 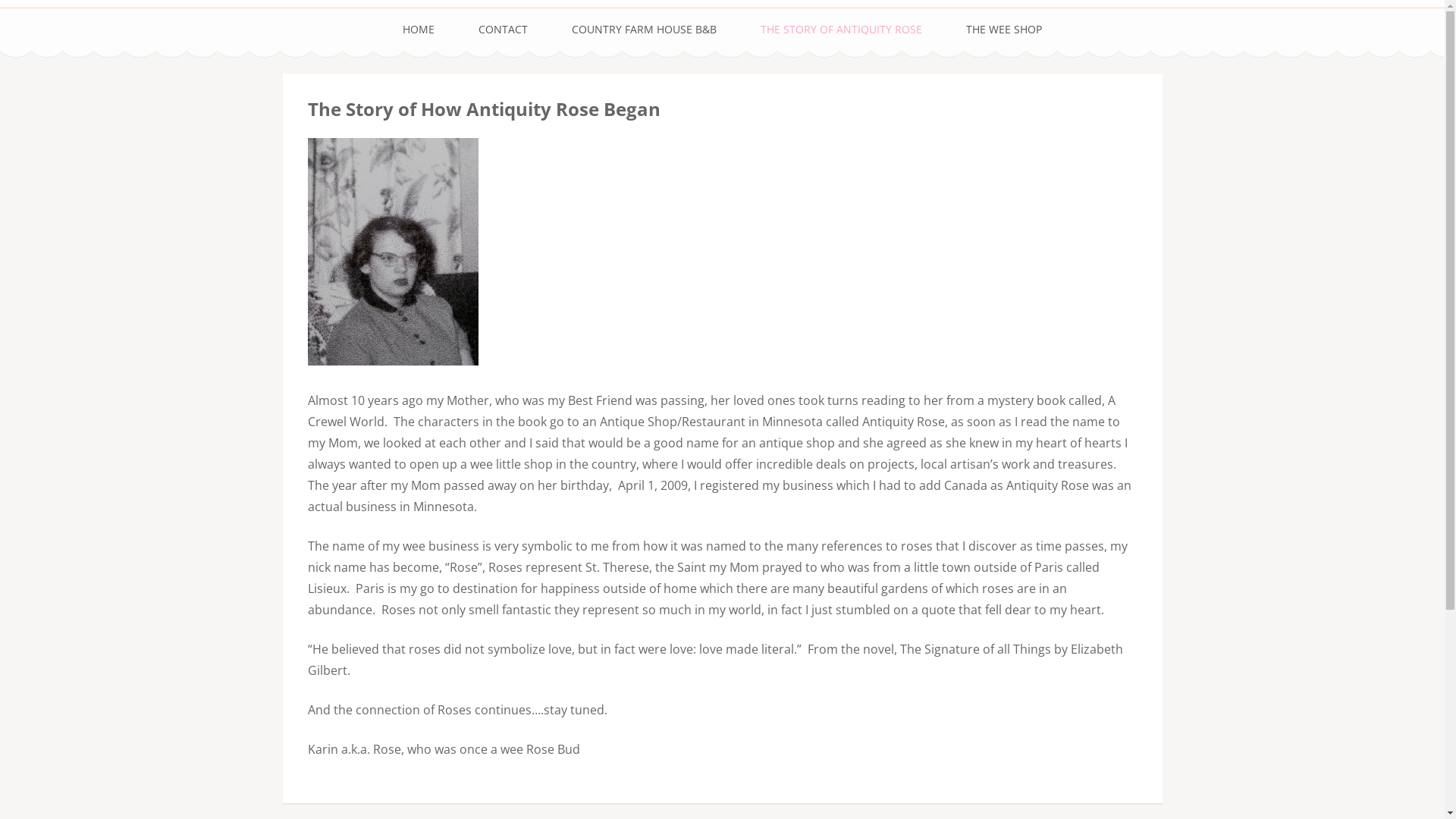 I want to click on 'THE WEE SHOP', so click(x=1004, y=29).